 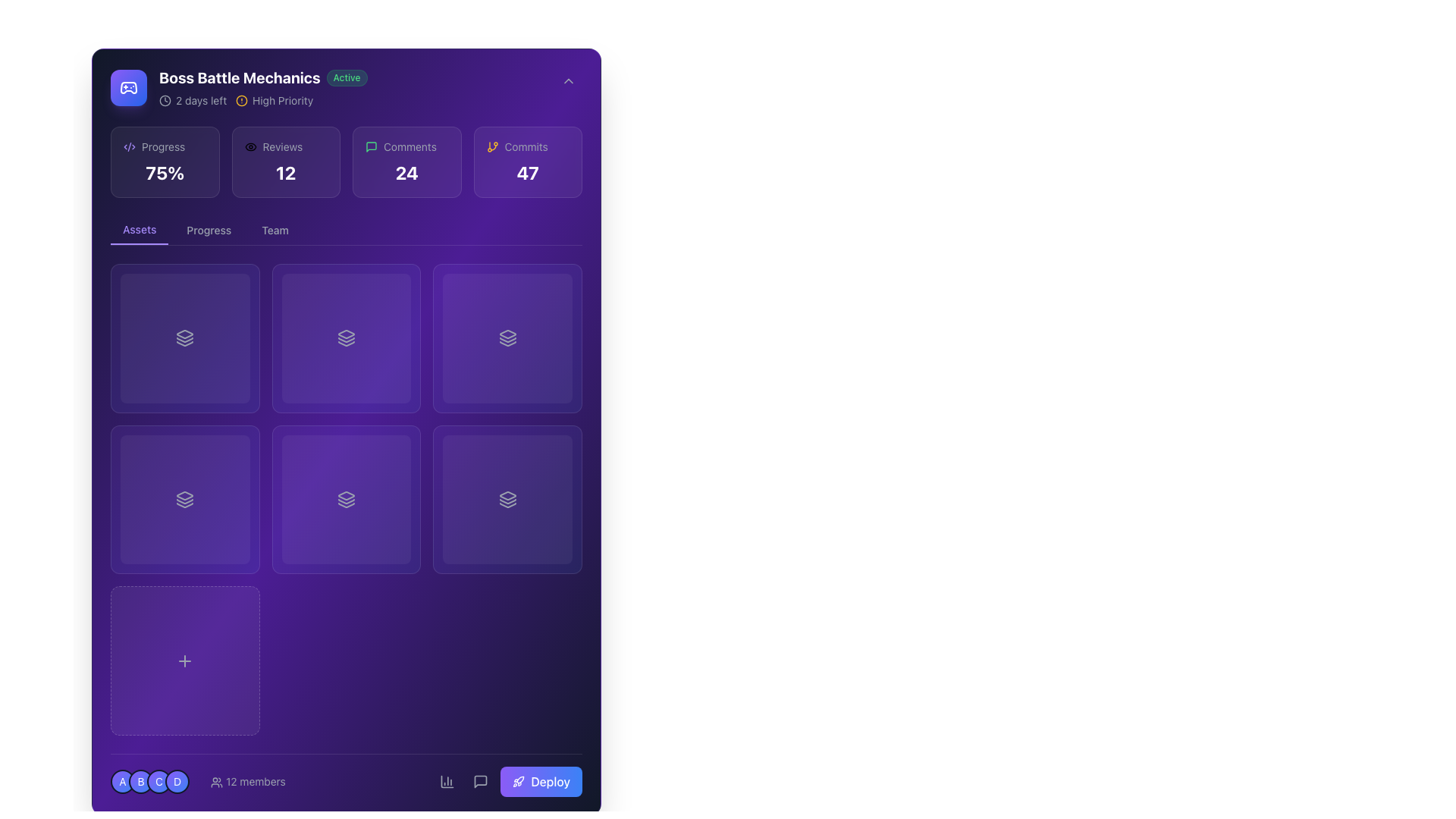 I want to click on the icon embedded within the button located at the bottom-right corner of the interface, so click(x=447, y=781).